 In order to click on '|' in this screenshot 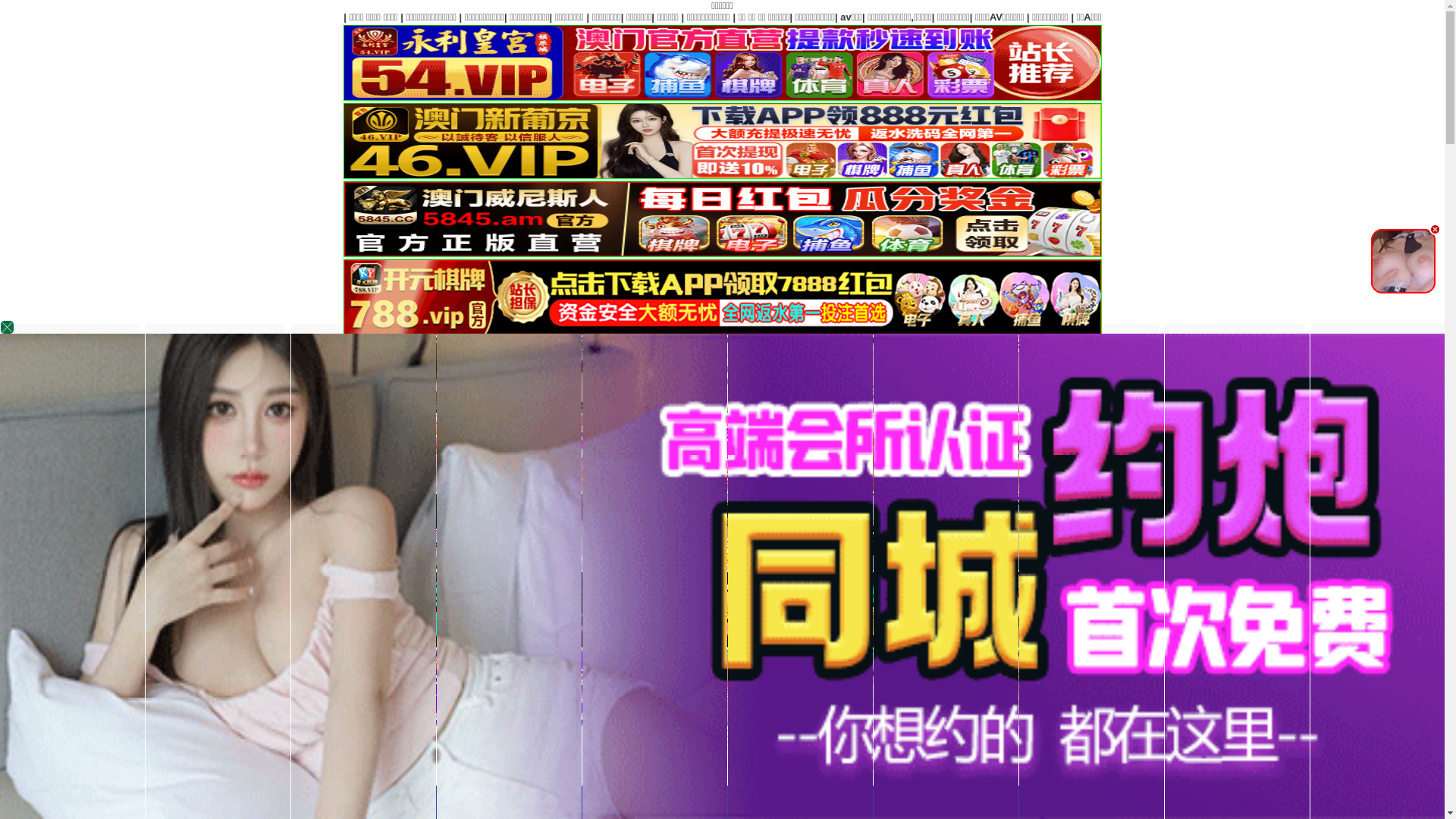, I will do `click(1043, 17)`.